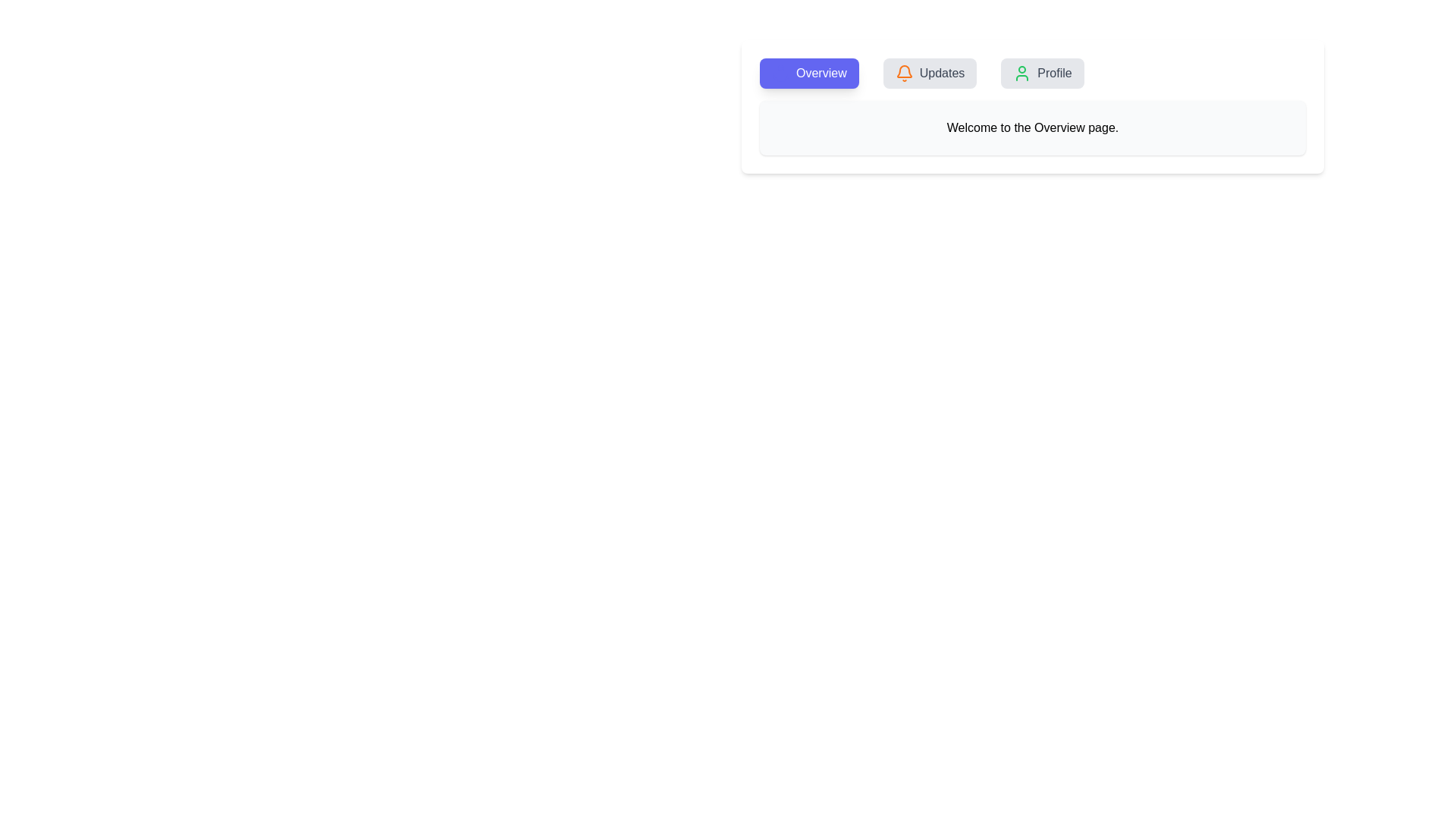  I want to click on the Updates tab to view its content, so click(928, 73).